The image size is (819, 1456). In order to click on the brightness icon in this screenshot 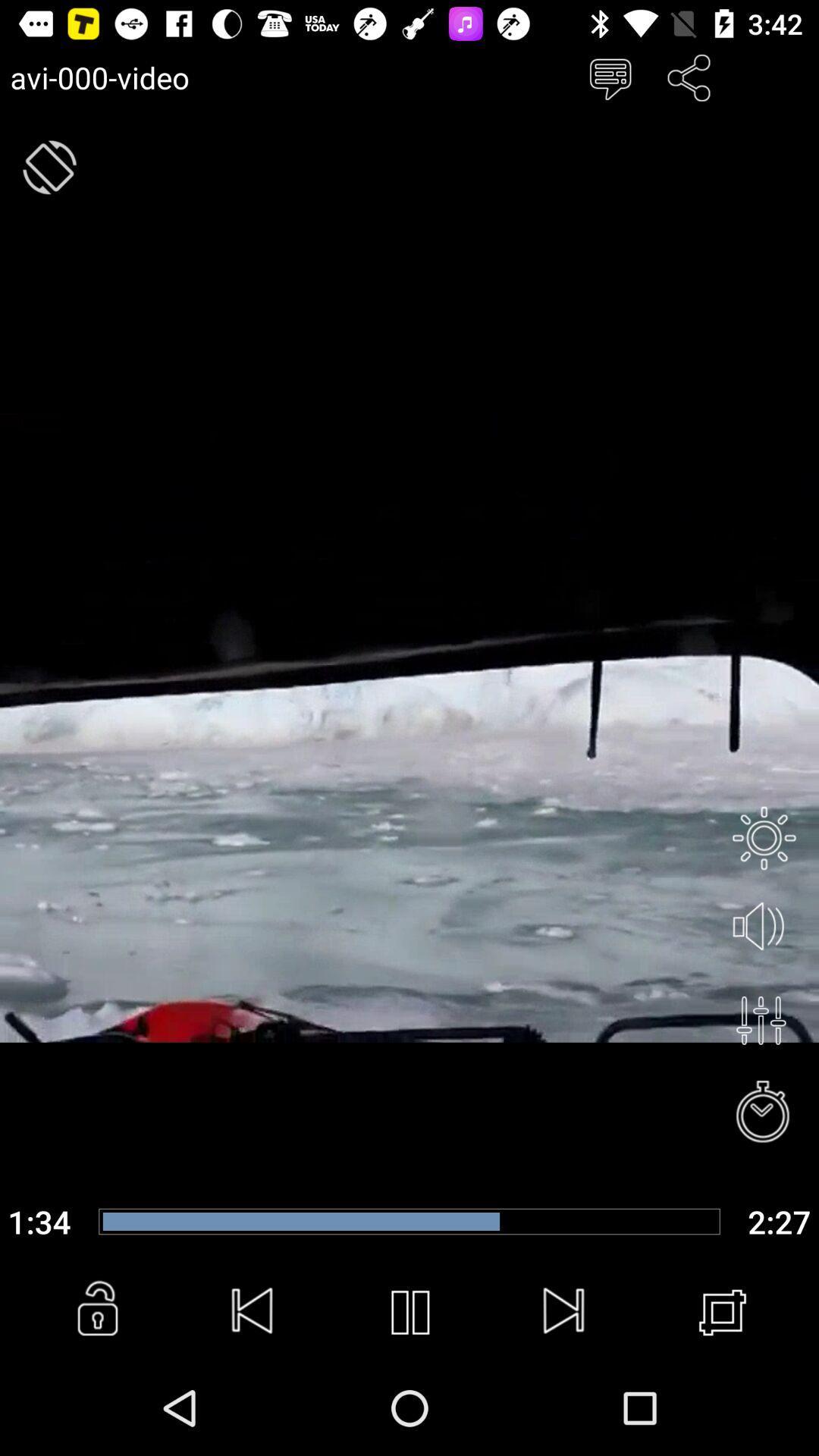, I will do `click(764, 836)`.